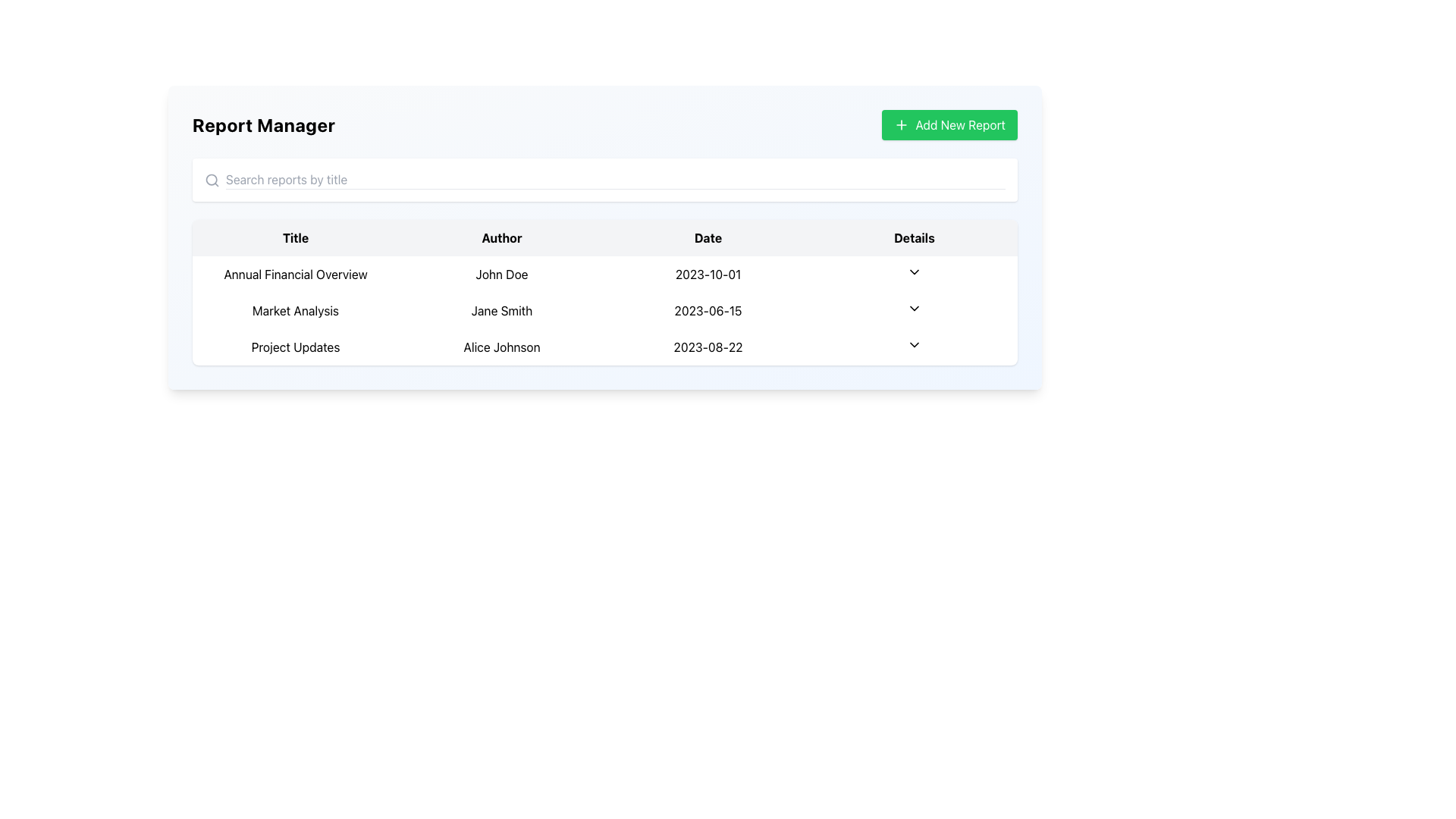 The image size is (1456, 819). I want to click on the first row in the 'Report Manager' table containing the title 'Annual Financial Overview', the author 'John Doe', and the date '2023-10-01', so click(604, 275).